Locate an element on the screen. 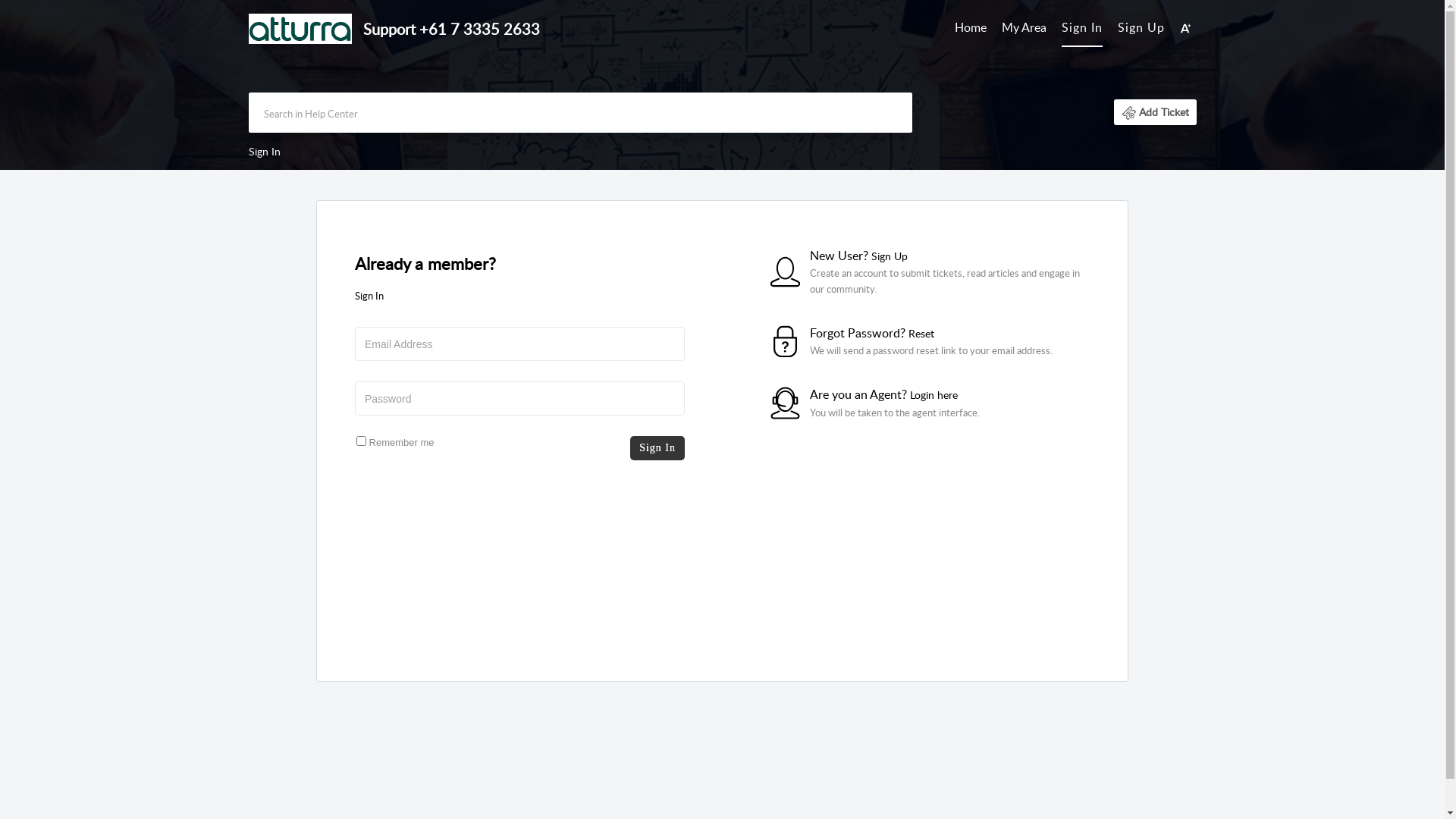  'Reset' is located at coordinates (920, 332).